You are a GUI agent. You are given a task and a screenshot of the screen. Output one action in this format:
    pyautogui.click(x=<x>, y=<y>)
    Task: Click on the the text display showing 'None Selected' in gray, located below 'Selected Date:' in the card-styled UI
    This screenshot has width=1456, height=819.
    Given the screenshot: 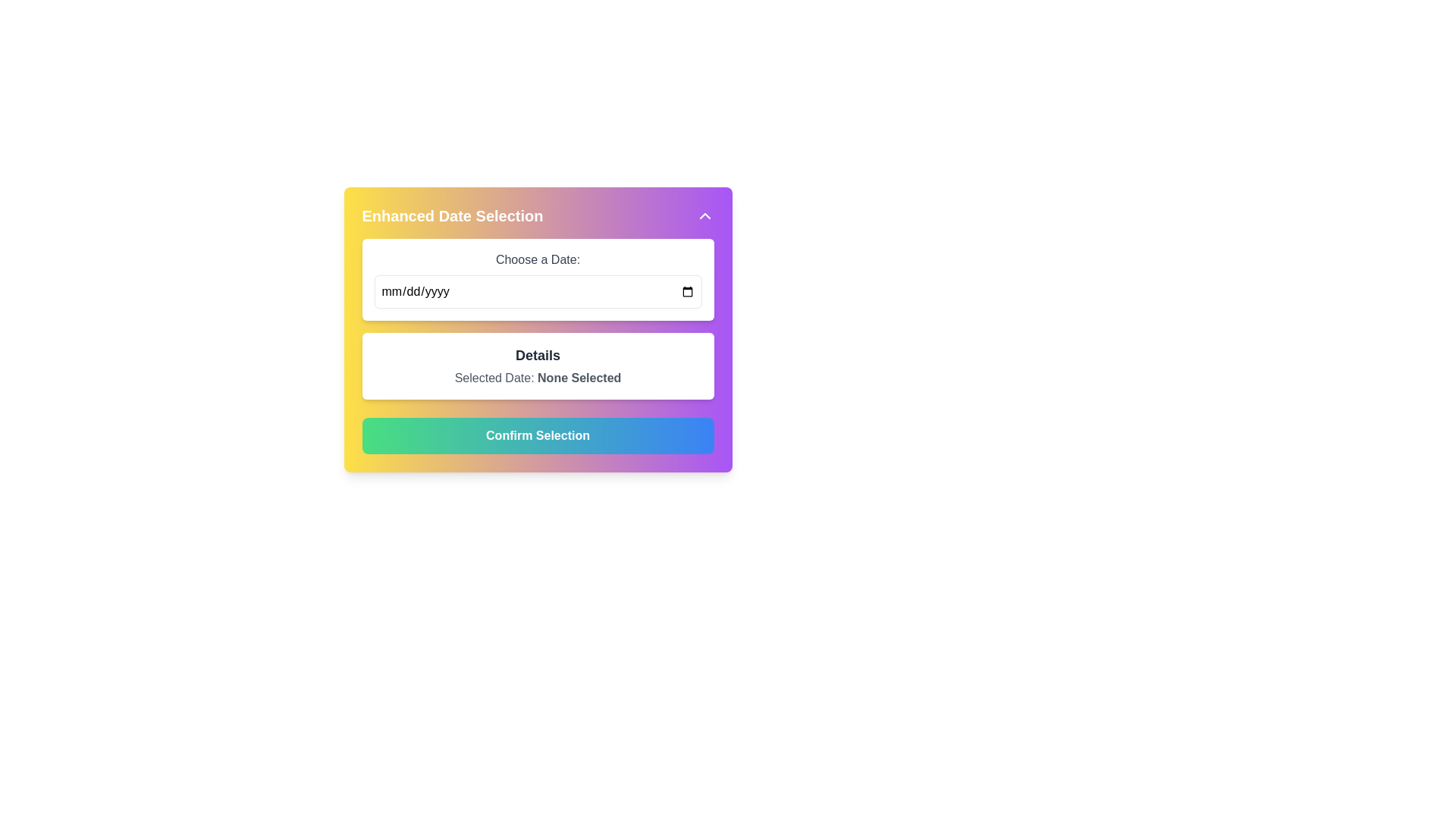 What is the action you would take?
    pyautogui.click(x=579, y=377)
    